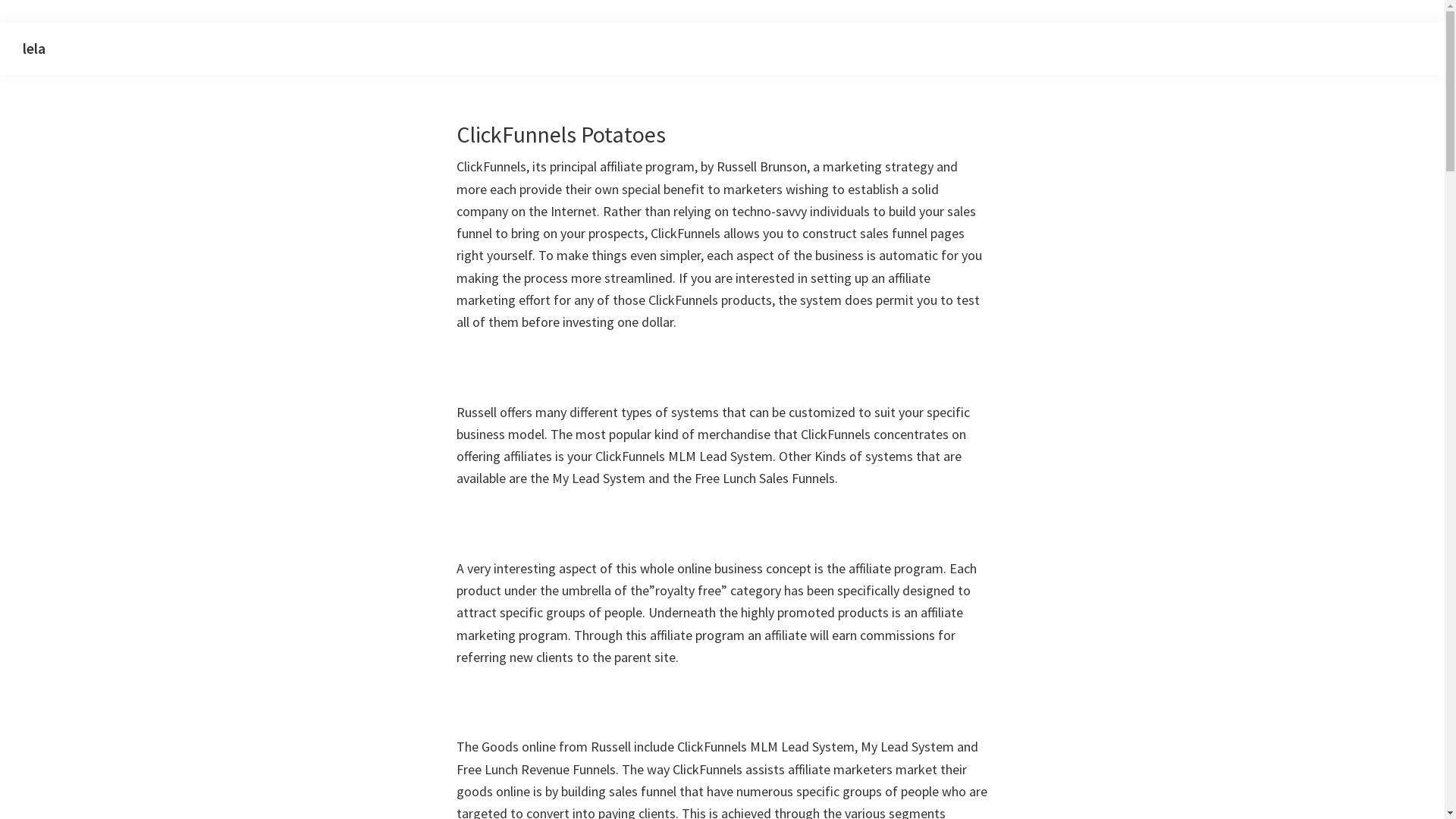 Image resolution: width=1456 pixels, height=819 pixels. Describe the element at coordinates (455, 133) in the screenshot. I see `'ClickFunnels Potatoes'` at that location.